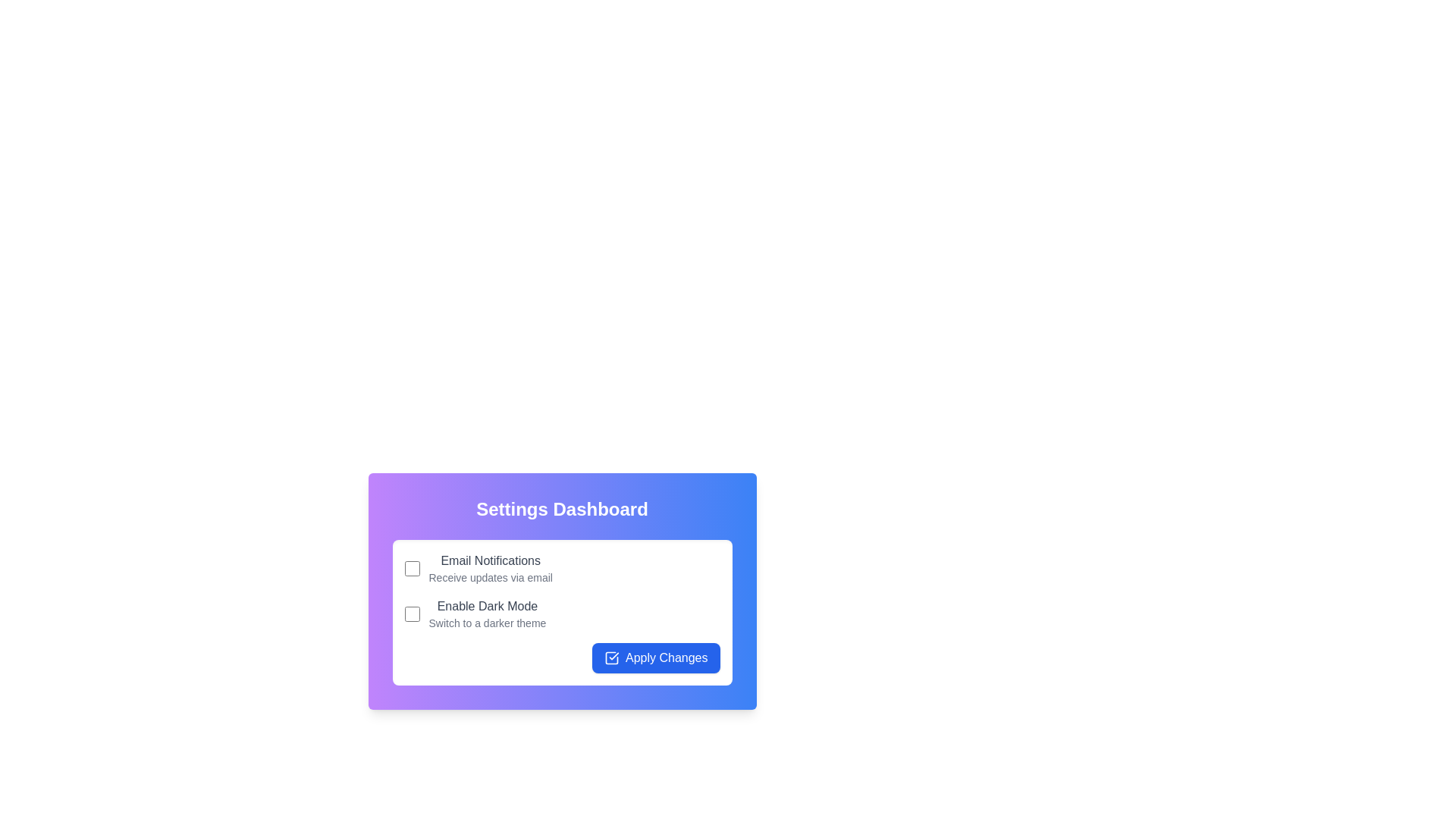 The image size is (1456, 819). What do you see at coordinates (488, 605) in the screenshot?
I see `the descriptive label text for the dark mode feature, which is centrally aligned within the settings panel and positioned between the 'Email Notifications' checkbox and the 'Switch to a darker theme' text` at bounding box center [488, 605].